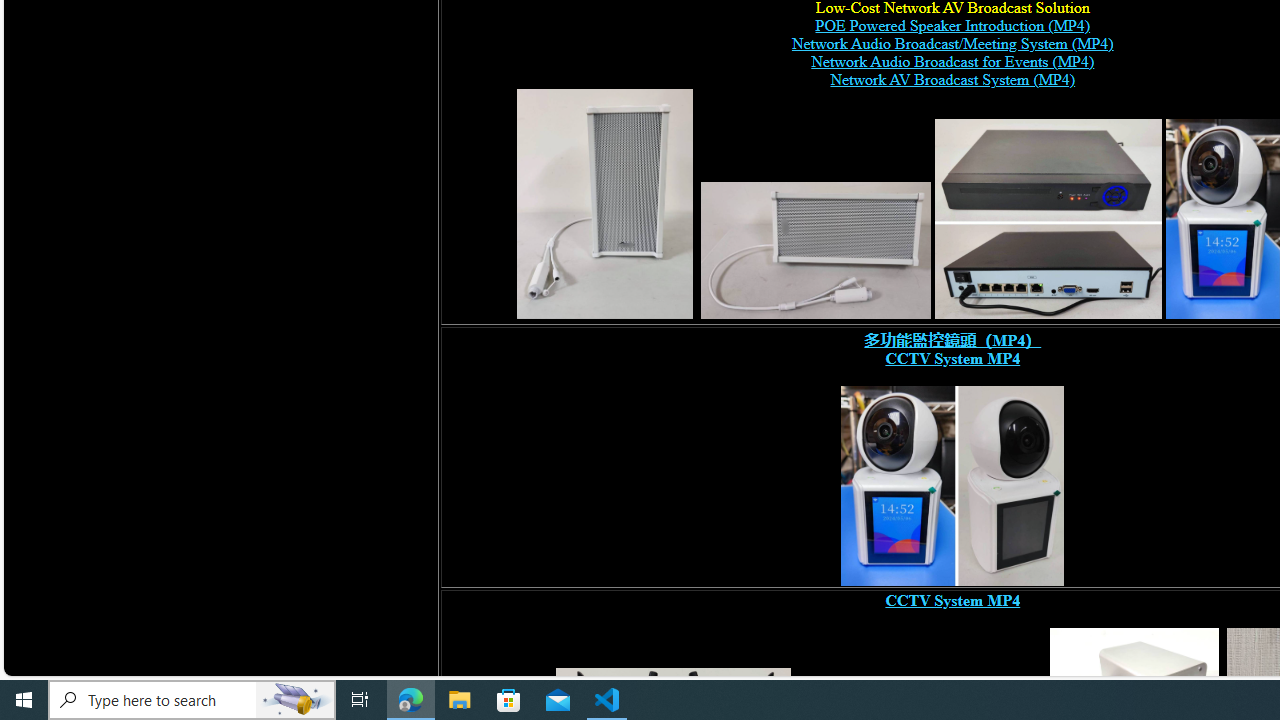  What do you see at coordinates (951, 79) in the screenshot?
I see `'Network AV Broadcast System (MP4)'` at bounding box center [951, 79].